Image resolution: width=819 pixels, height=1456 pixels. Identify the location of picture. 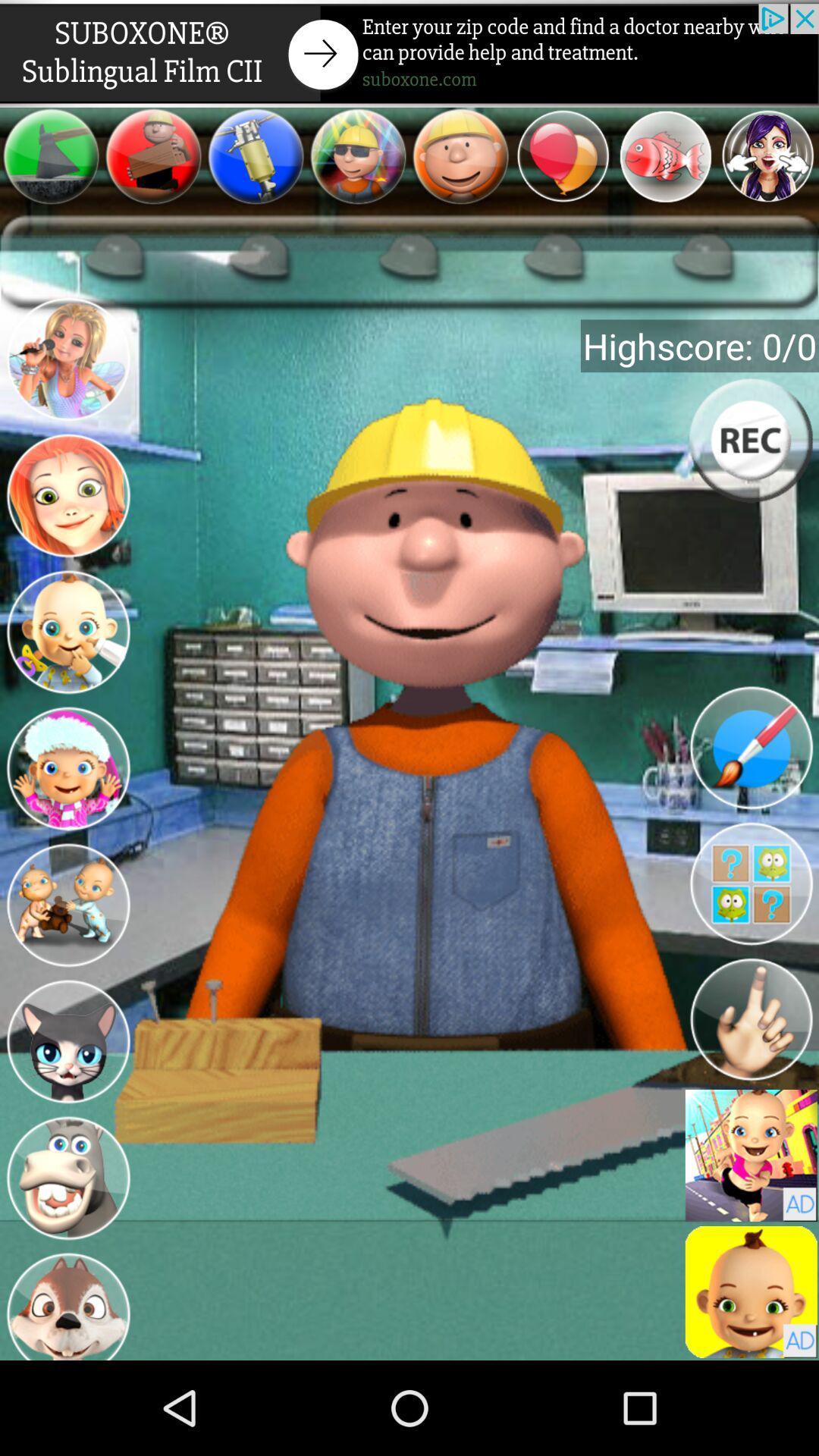
(67, 905).